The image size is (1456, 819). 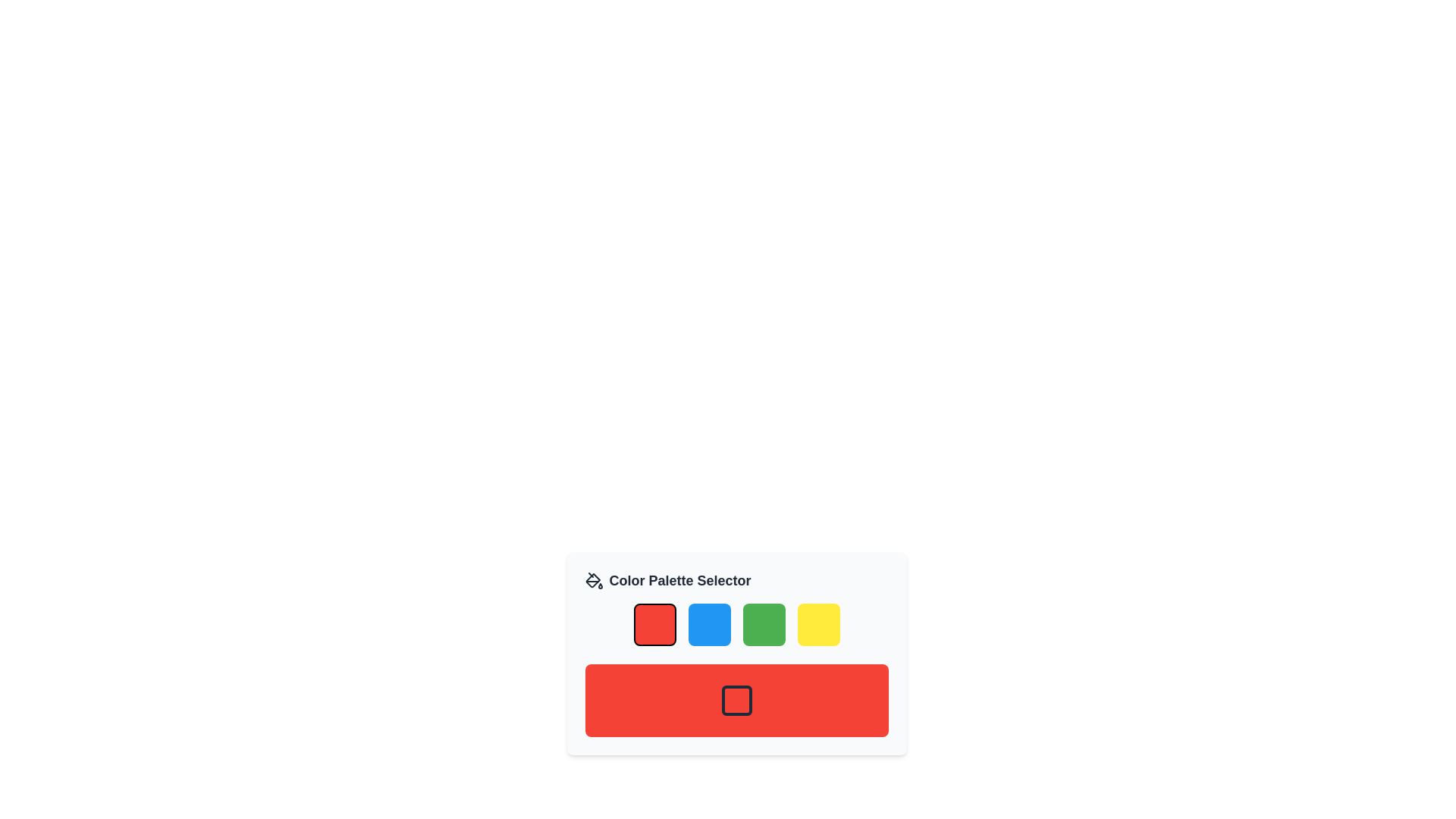 What do you see at coordinates (736, 625) in the screenshot?
I see `any button within the Group of color buttons located in the Color Palette Selector section` at bounding box center [736, 625].